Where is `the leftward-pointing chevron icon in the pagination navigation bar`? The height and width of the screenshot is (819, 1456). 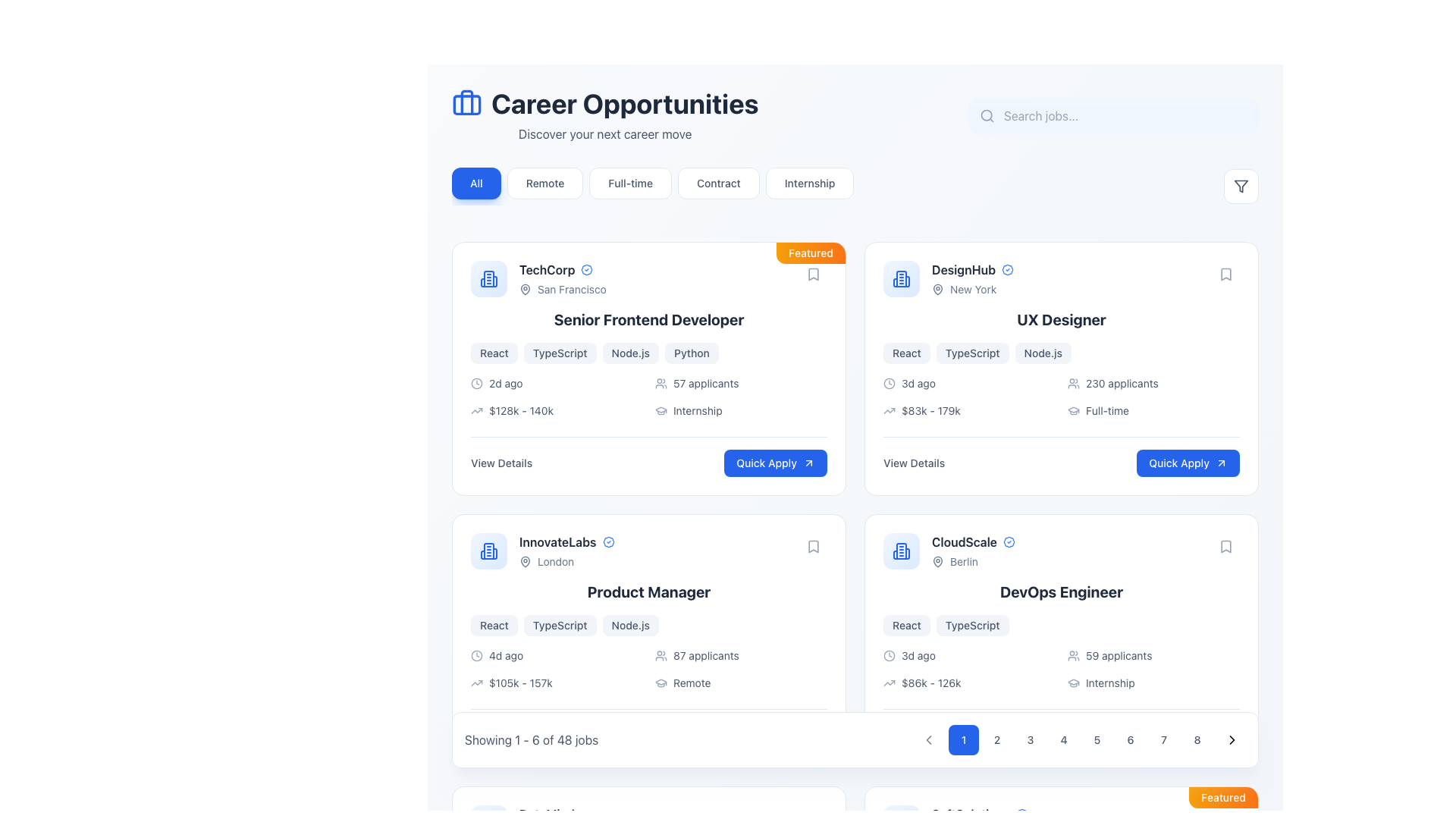 the leftward-pointing chevron icon in the pagination navigation bar is located at coordinates (927, 739).